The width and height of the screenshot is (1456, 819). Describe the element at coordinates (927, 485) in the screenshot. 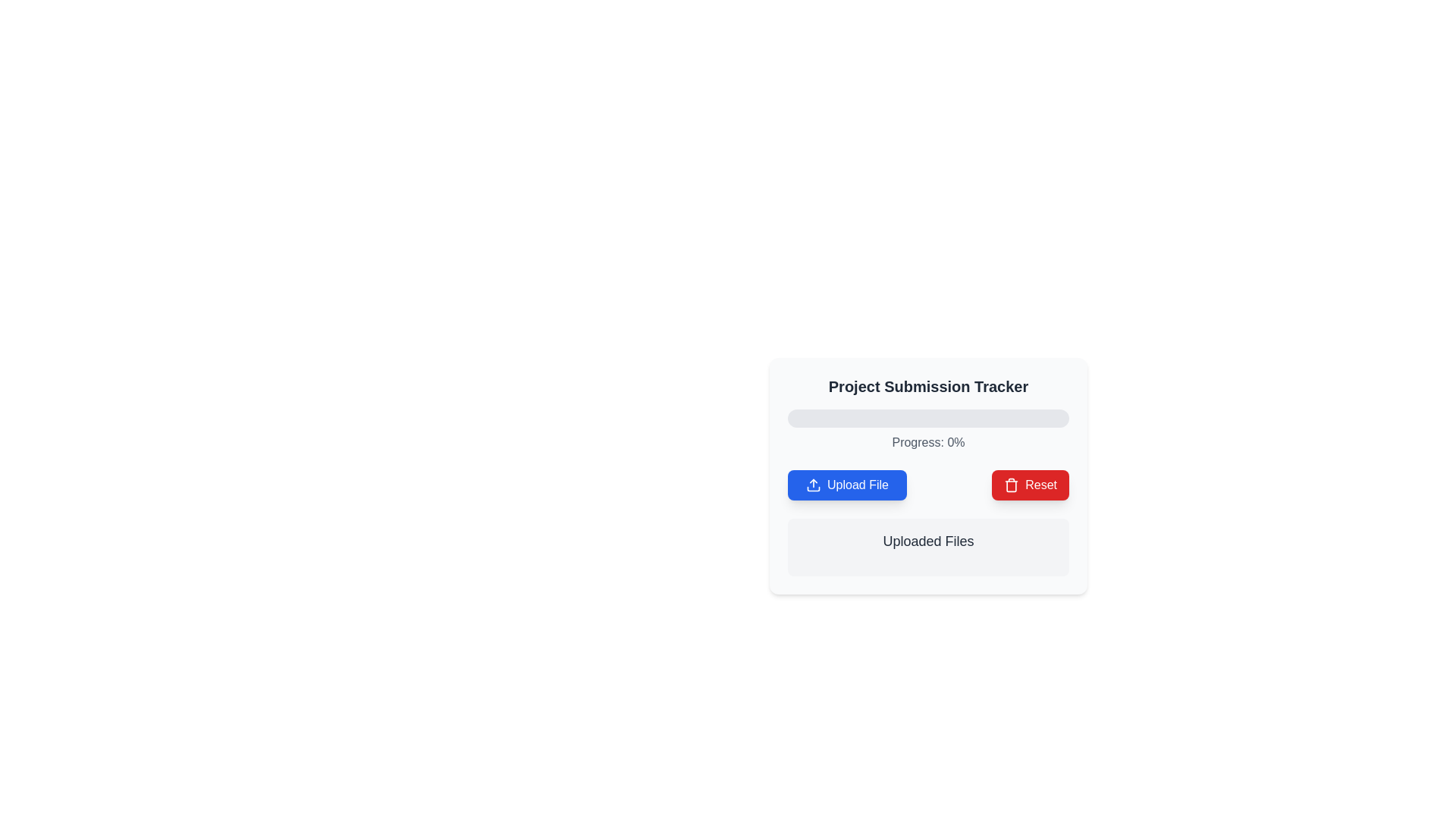

I see `the 'Upload File' and 'Reset' buttons within the button group located in the 'Project Submission Tracker' card, positioned below the 'Progress: 0%' bar` at that location.